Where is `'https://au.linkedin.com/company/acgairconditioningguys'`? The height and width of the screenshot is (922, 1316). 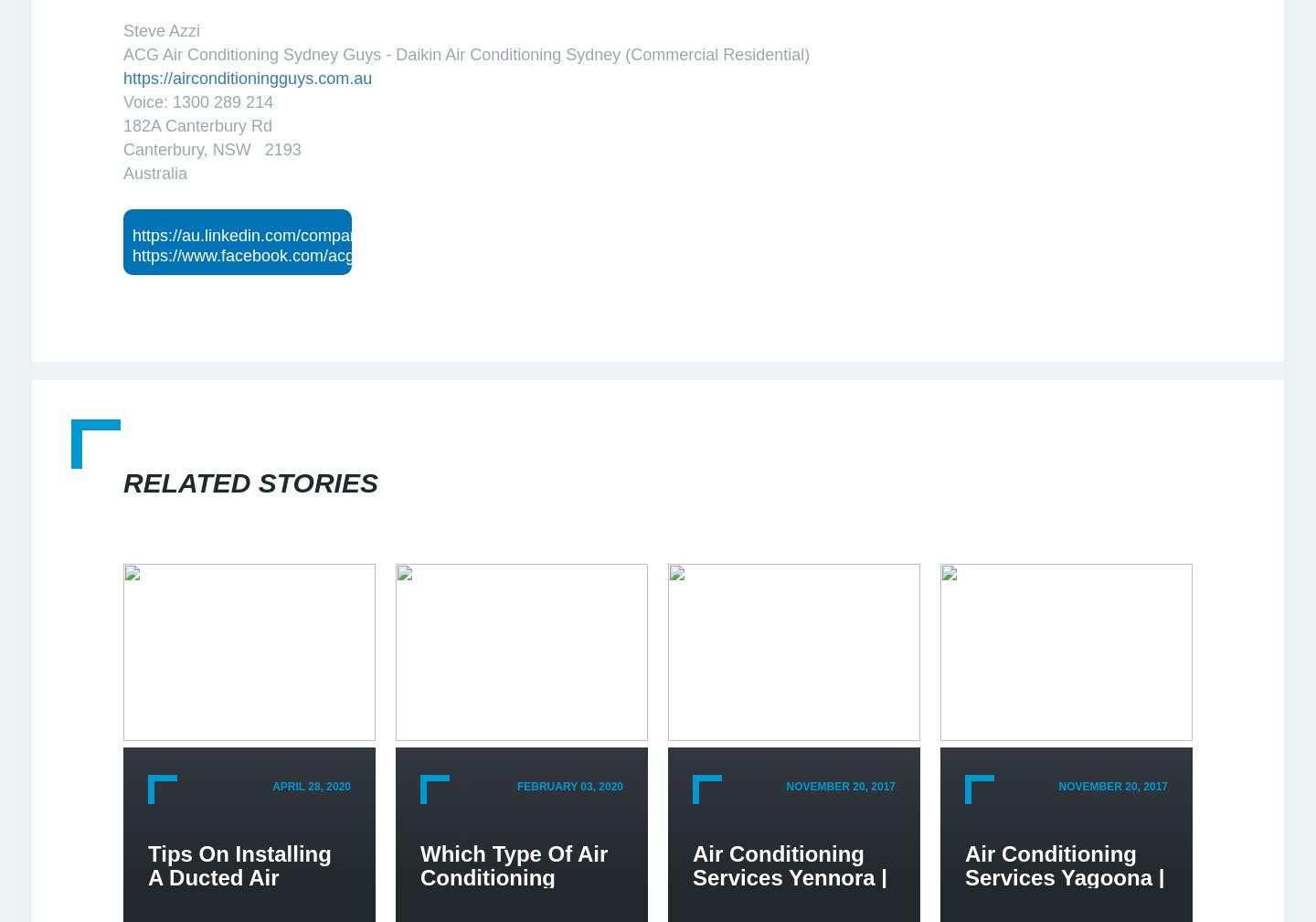
'https://au.linkedin.com/company/acgairconditioningguys' is located at coordinates (334, 235).